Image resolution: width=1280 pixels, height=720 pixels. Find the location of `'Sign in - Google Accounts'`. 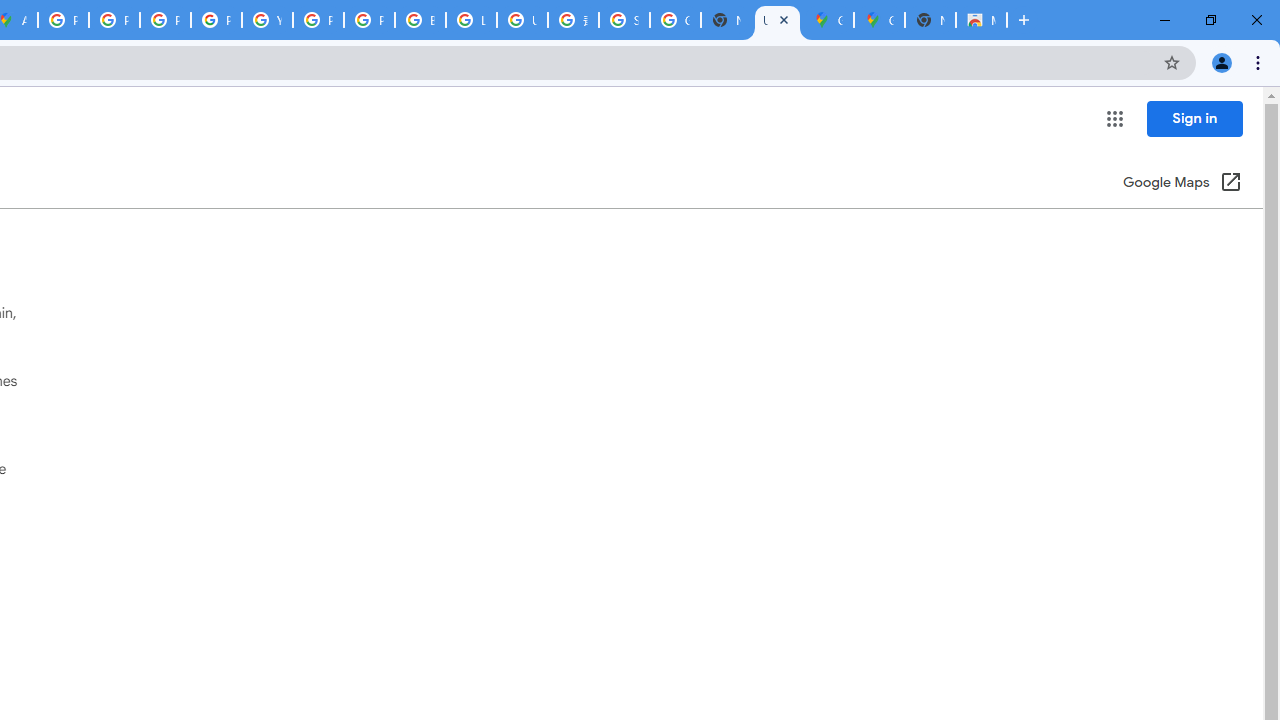

'Sign in - Google Accounts' is located at coordinates (623, 20).